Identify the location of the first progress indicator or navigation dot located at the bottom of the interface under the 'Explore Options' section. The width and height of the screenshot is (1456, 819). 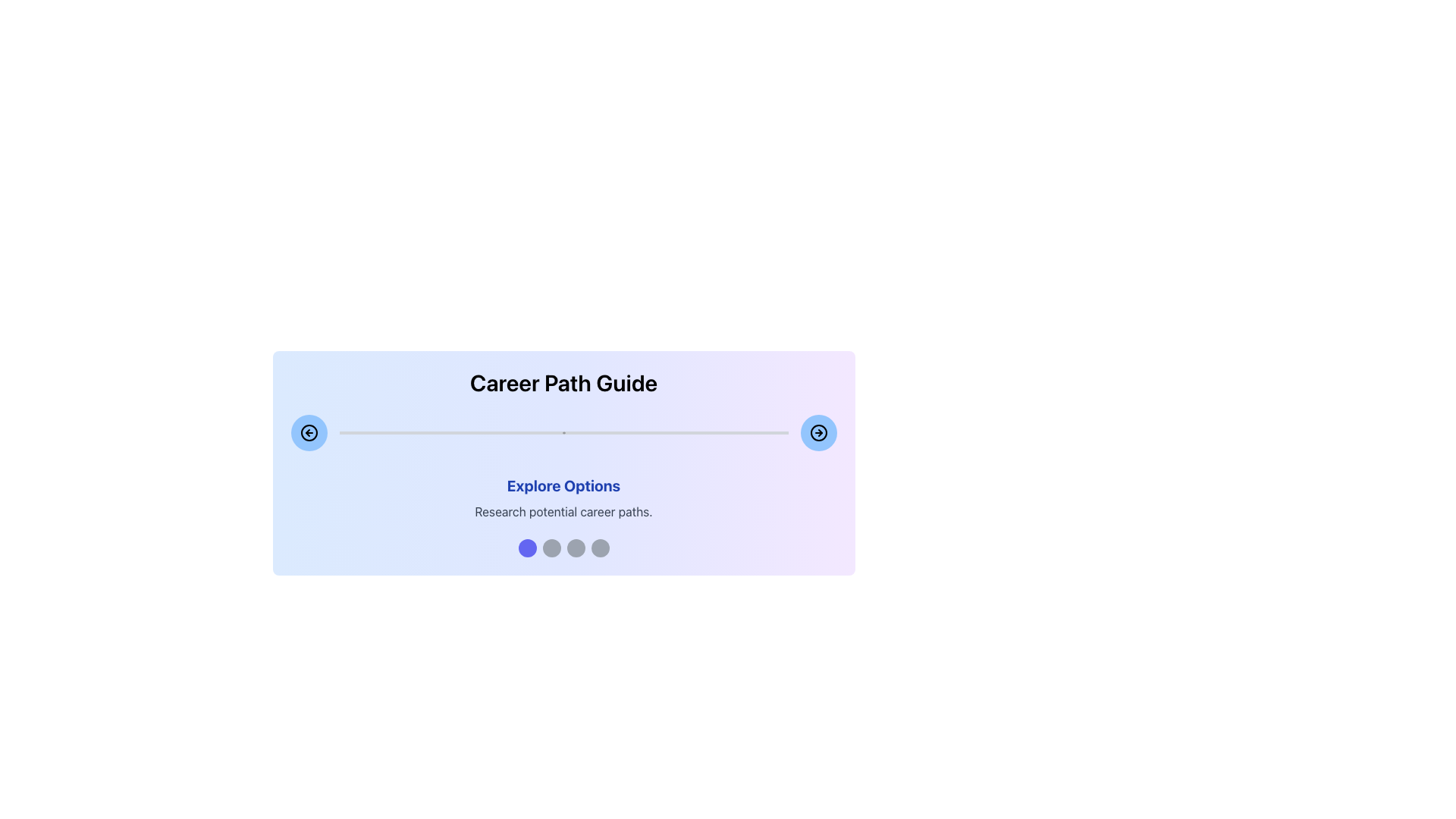
(527, 548).